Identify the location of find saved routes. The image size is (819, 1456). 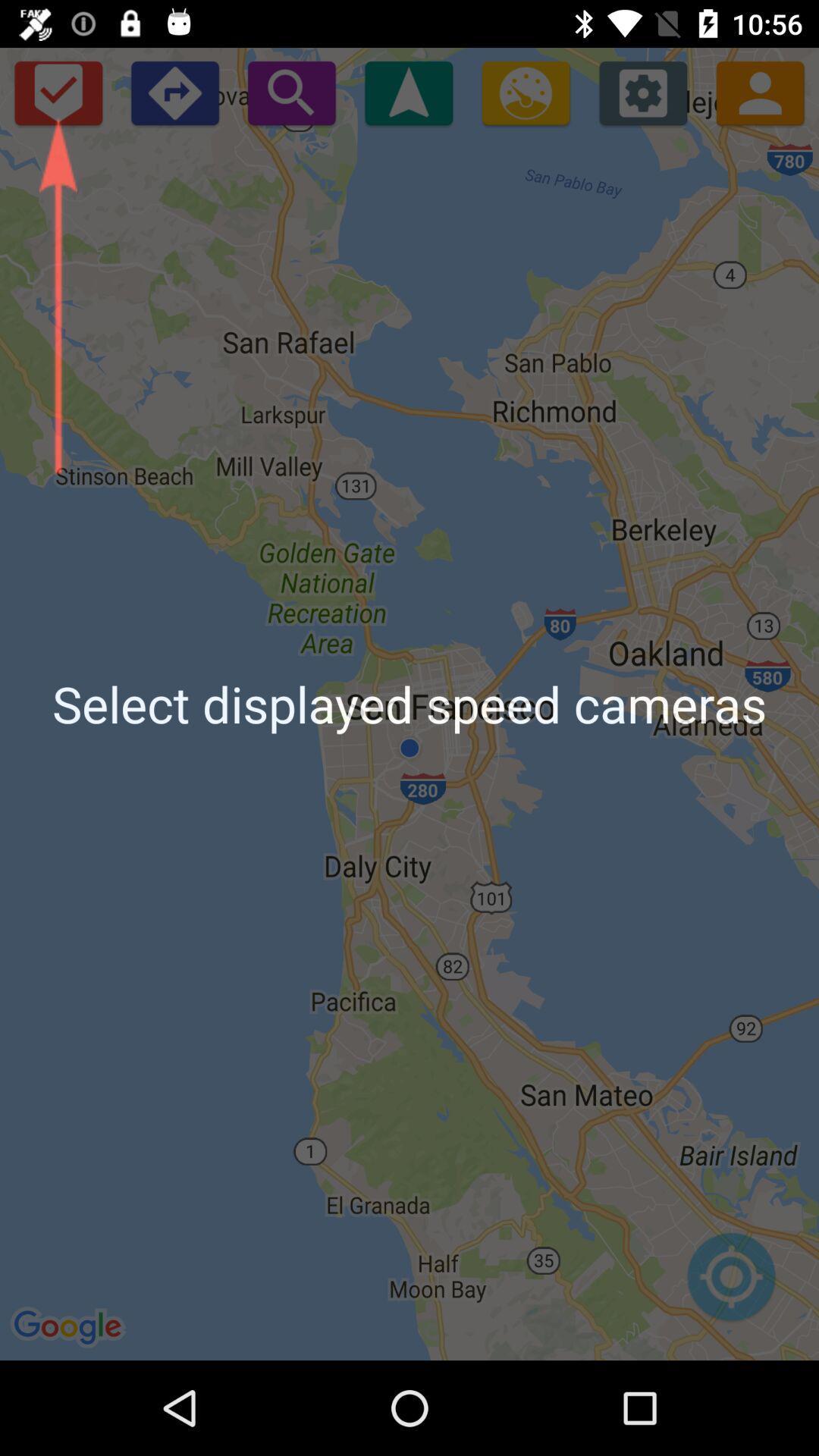
(57, 92).